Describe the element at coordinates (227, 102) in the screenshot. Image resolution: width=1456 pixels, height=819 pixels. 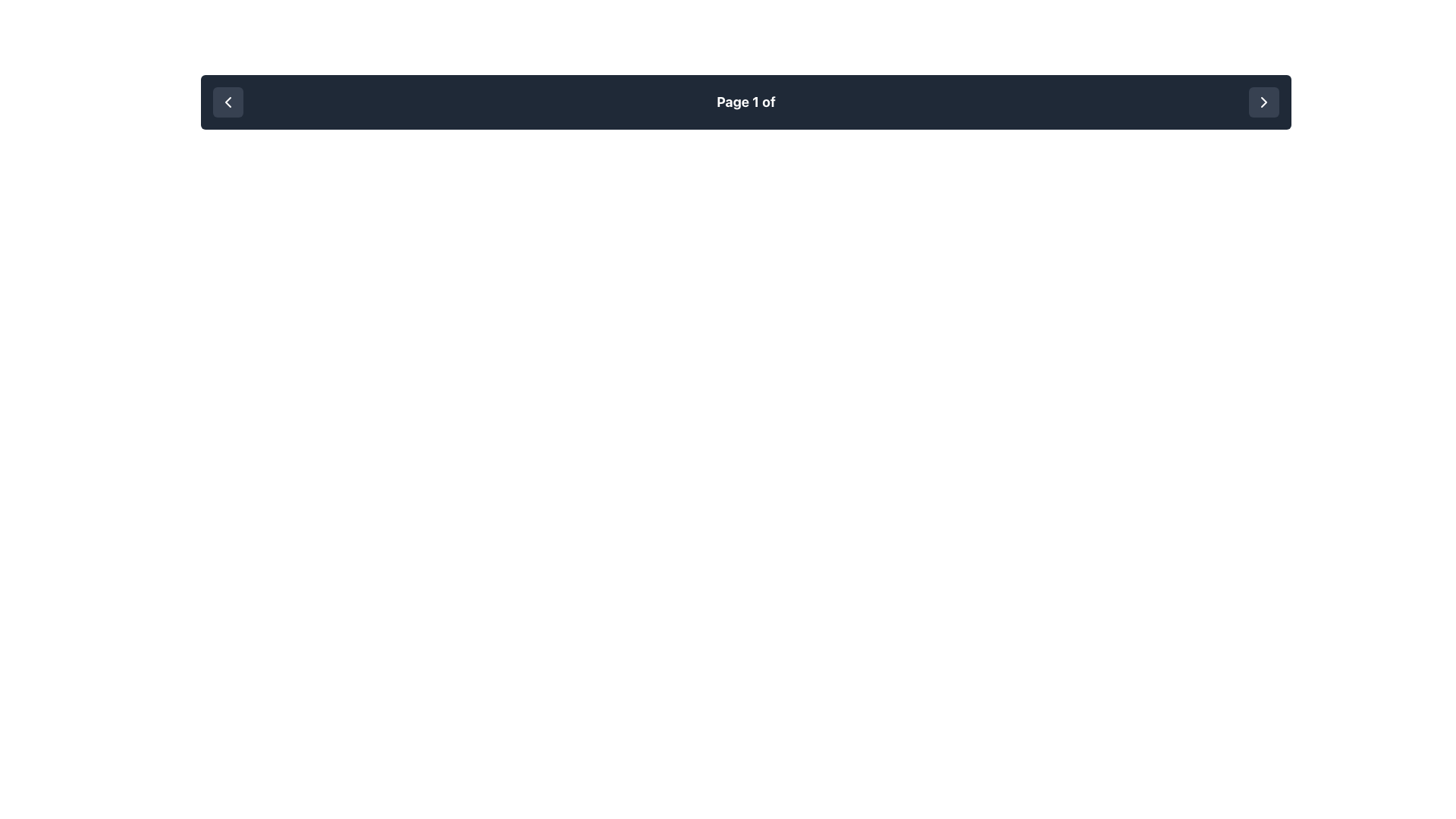
I see `the left-aligned chevron icon located within the dark rectangular button on the far-left side of the top navigation bar` at that location.